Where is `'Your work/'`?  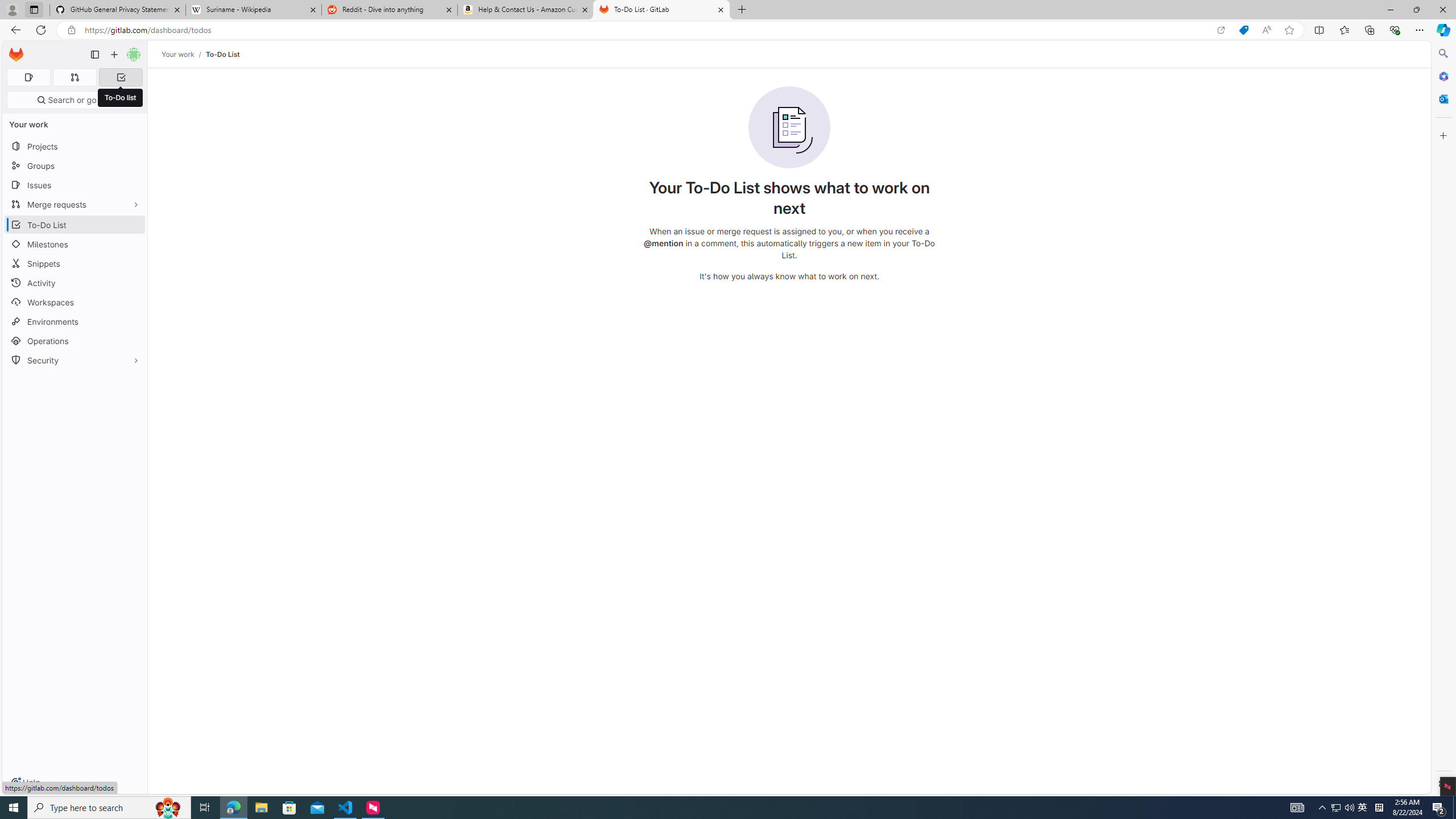 'Your work/' is located at coordinates (183, 54).